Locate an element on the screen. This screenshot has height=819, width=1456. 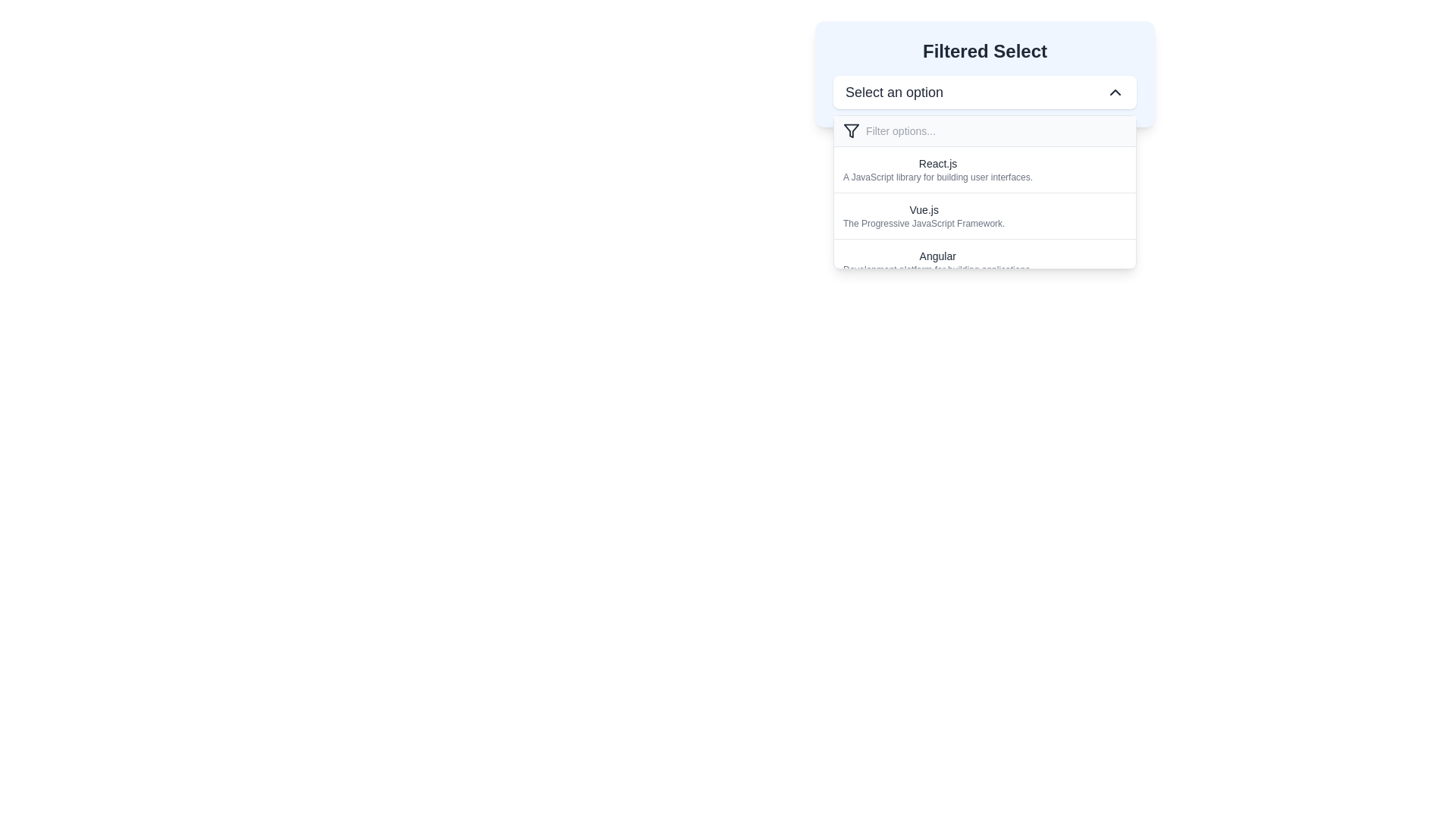
the 'Vue.js' dropdown option item located under the 'Filtered Select' dropdown menu is located at coordinates (923, 216).